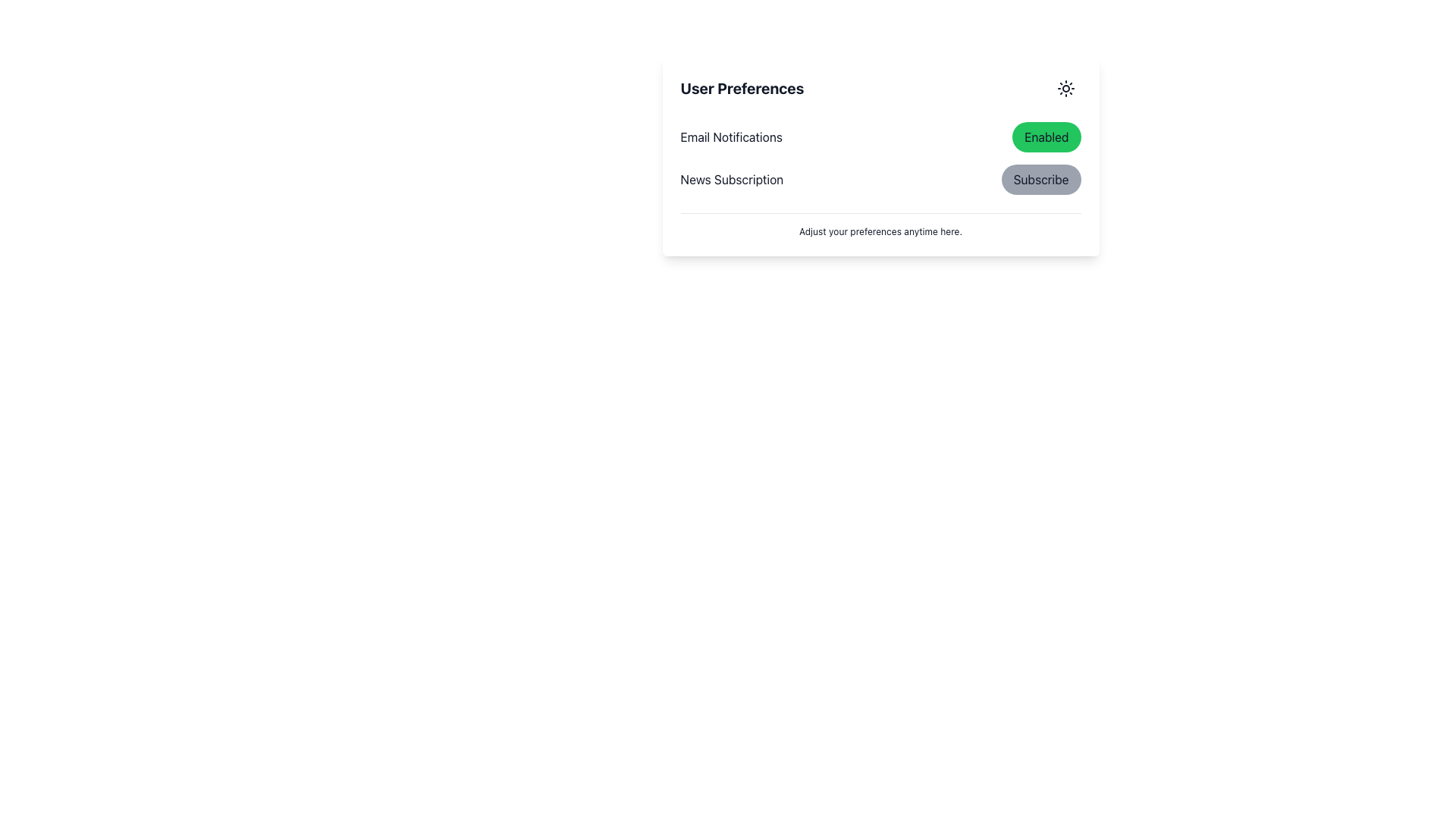 The height and width of the screenshot is (819, 1456). I want to click on the Static Text Display that reads 'Adjust your preferences anytime here.' located at the bottom part of the user preferences section, so click(880, 231).